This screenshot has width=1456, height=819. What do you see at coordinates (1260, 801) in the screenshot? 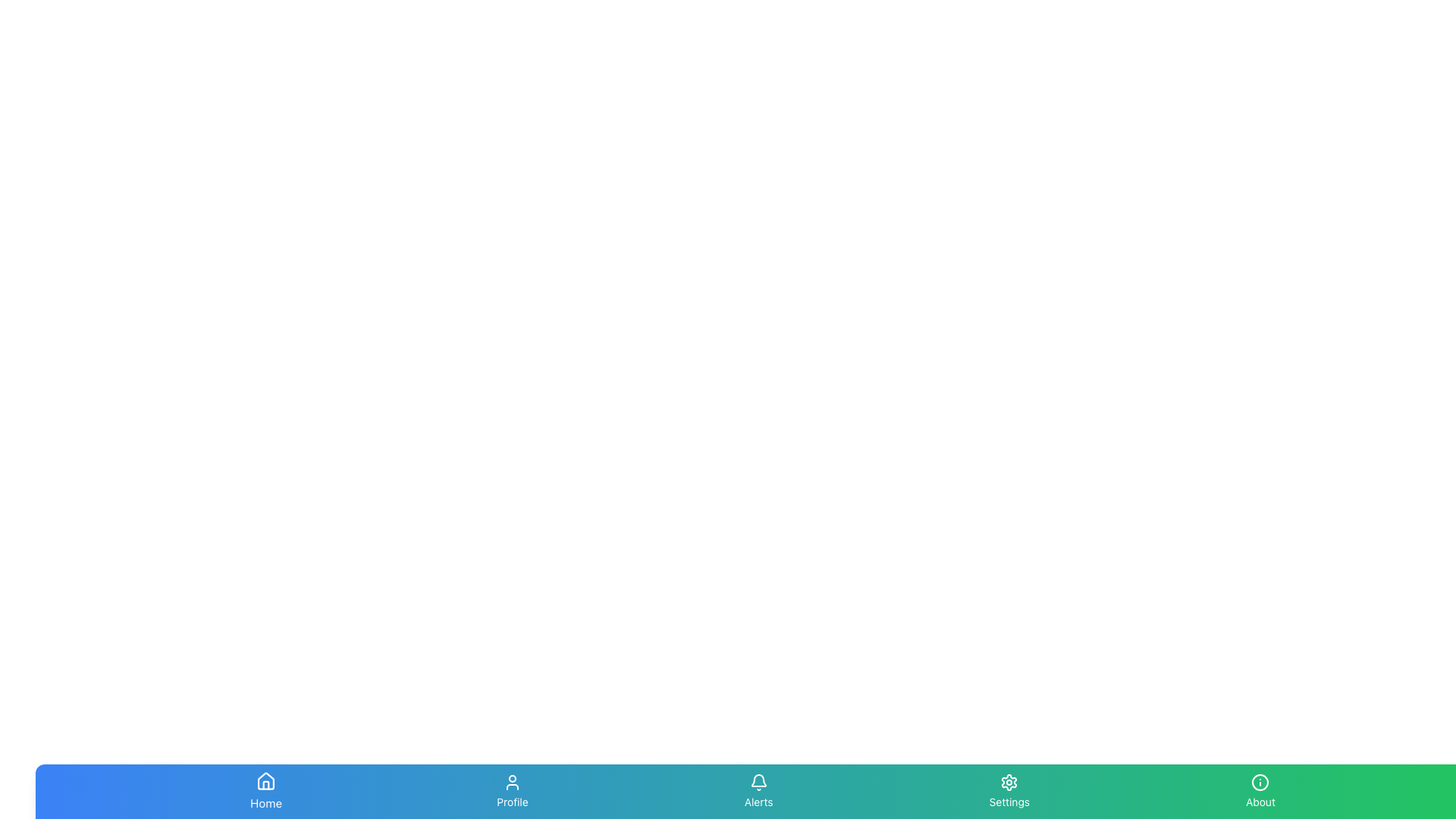
I see `the 'About' text label, which is styled in smaller font size and positioned beneath an information icon in the footer bar` at bounding box center [1260, 801].